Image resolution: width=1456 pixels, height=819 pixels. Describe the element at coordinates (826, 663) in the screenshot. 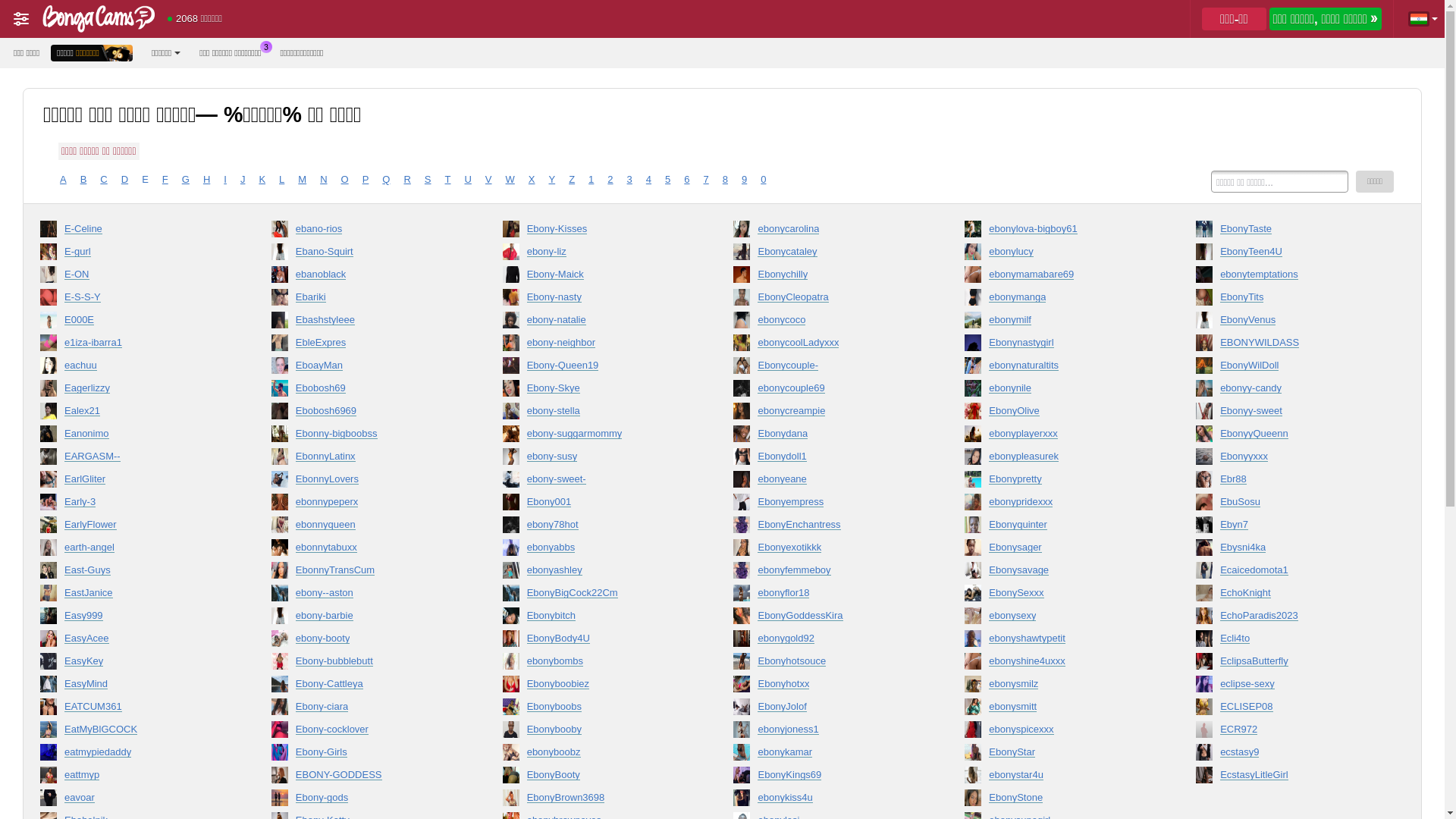

I see `'Ebonyhotsouce'` at that location.